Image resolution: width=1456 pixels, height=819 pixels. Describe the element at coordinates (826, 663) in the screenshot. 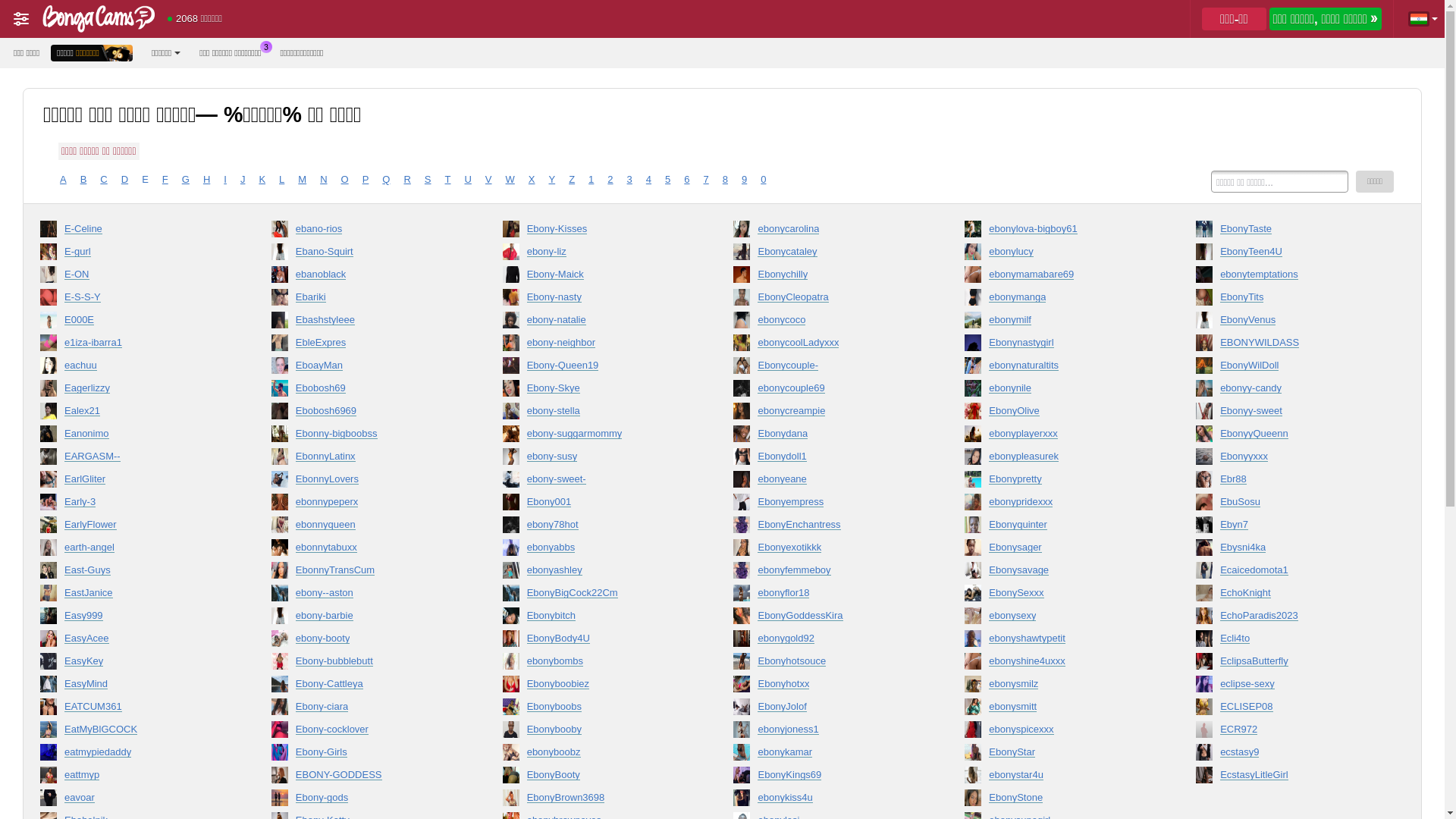

I see `'Ebonyhotsouce'` at that location.